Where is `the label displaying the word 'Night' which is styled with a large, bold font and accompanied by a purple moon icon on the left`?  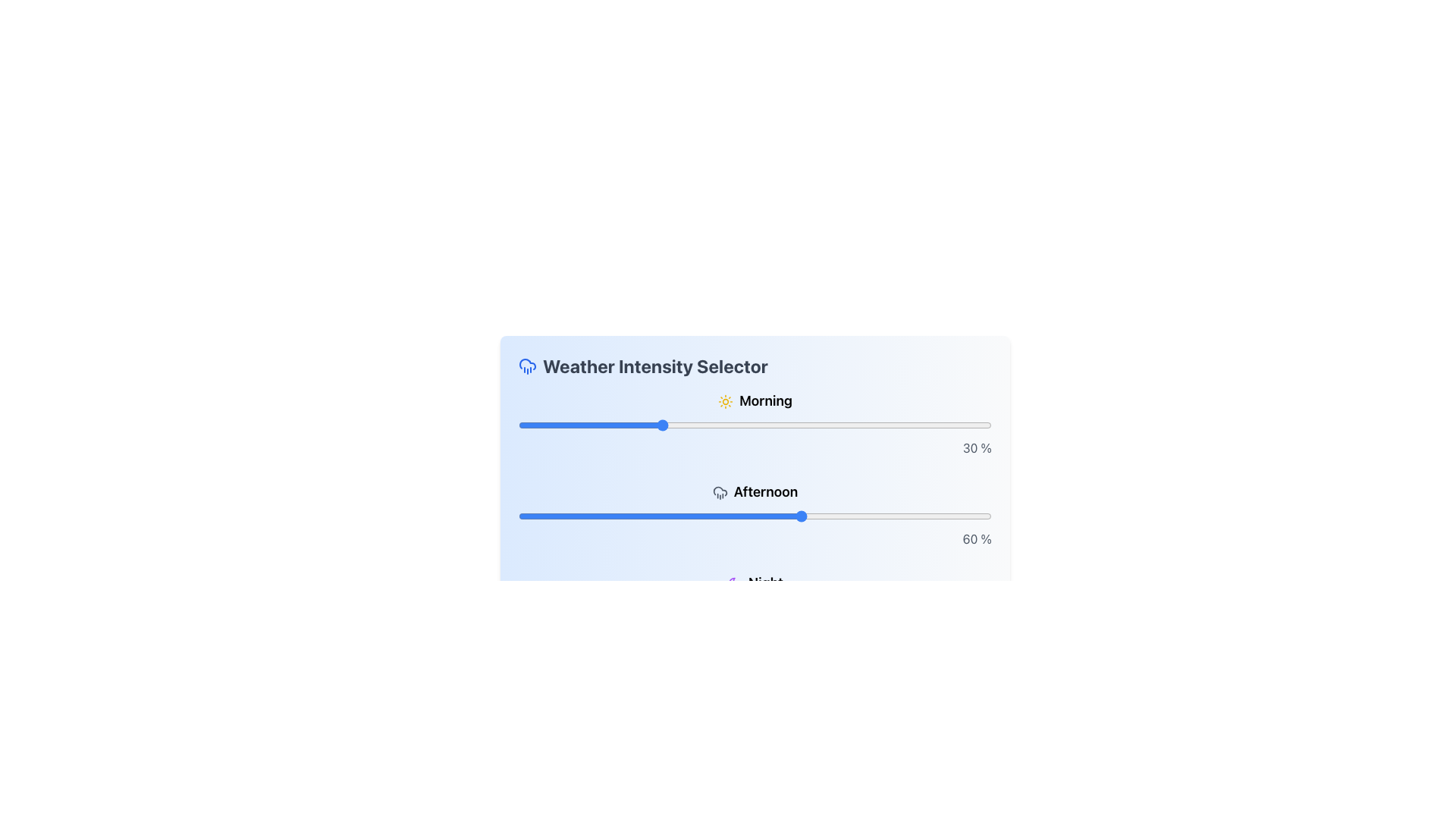 the label displaying the word 'Night' which is styled with a large, bold font and accompanied by a purple moon icon on the left is located at coordinates (755, 582).